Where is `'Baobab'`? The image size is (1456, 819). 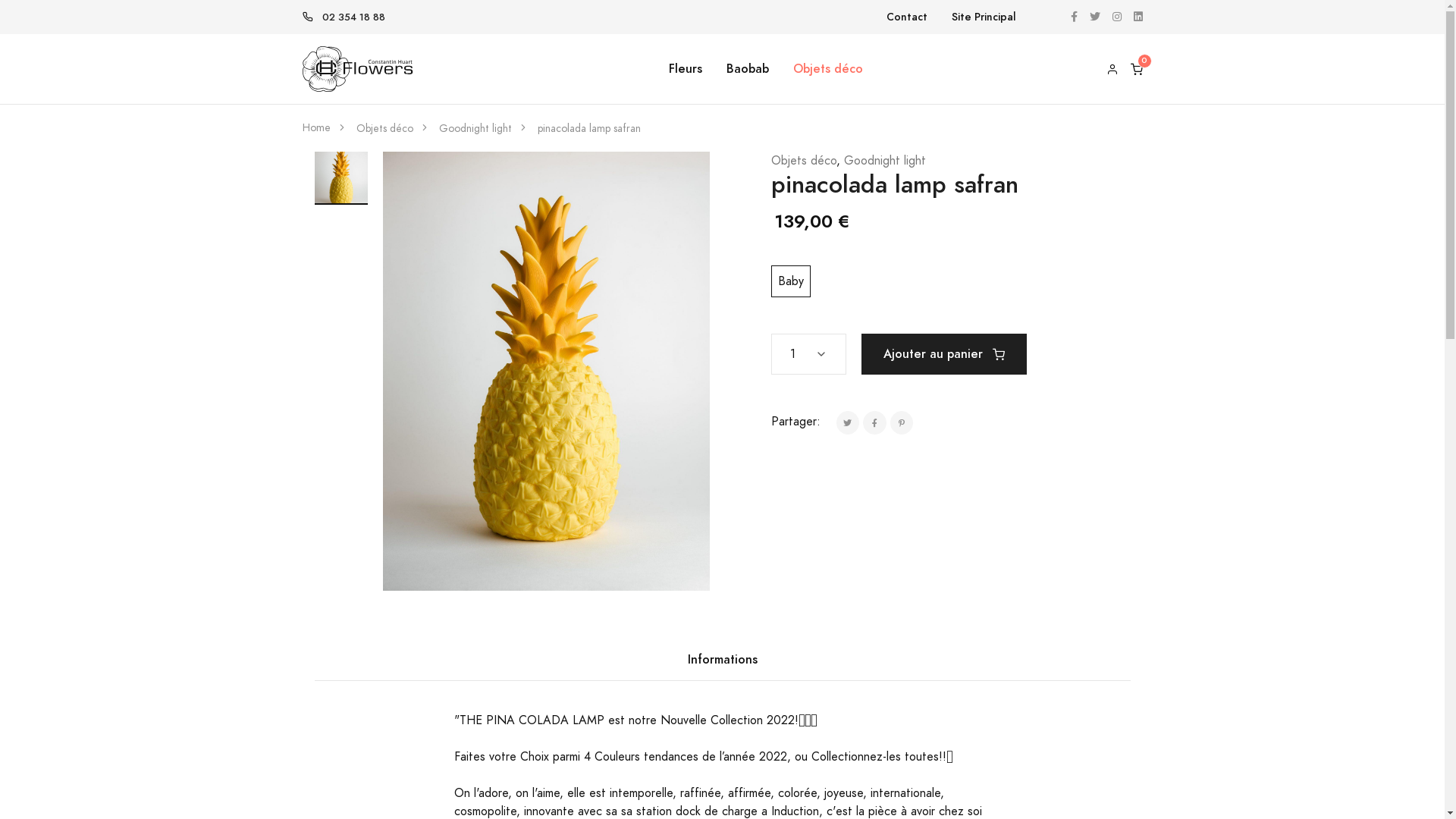 'Baobab' is located at coordinates (747, 69).